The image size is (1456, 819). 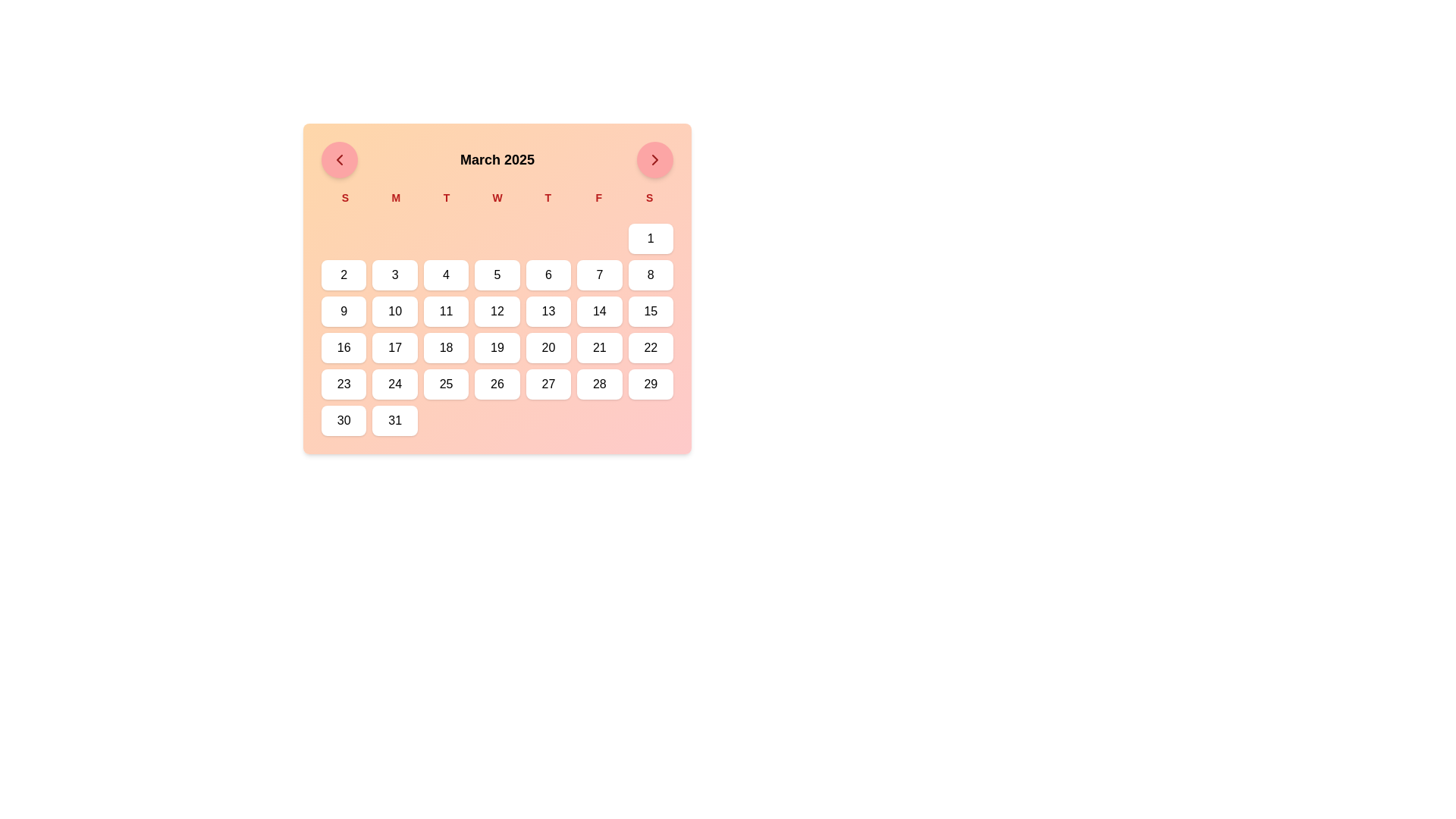 I want to click on the left-pointing chevron icon within the circular red button located at the top left corner of the calendar interface, so click(x=338, y=160).